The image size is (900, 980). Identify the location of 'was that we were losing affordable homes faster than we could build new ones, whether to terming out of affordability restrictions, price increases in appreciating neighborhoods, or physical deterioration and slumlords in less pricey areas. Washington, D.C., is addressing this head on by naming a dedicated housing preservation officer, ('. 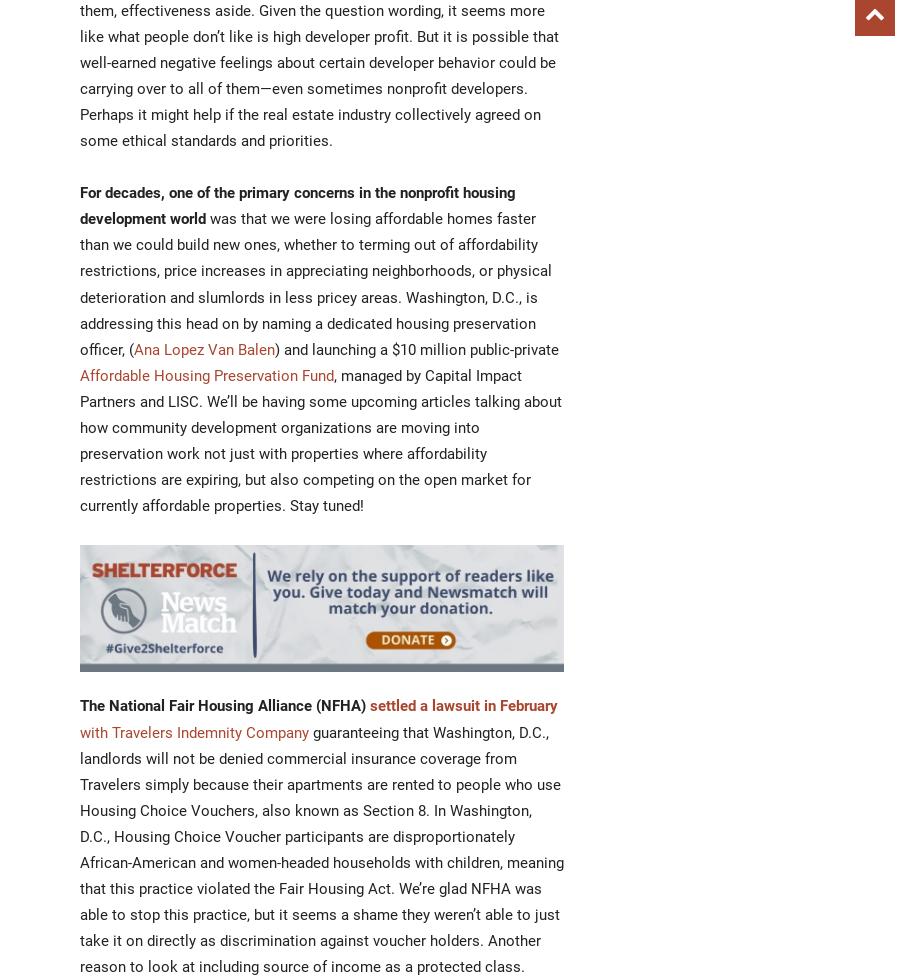
(314, 284).